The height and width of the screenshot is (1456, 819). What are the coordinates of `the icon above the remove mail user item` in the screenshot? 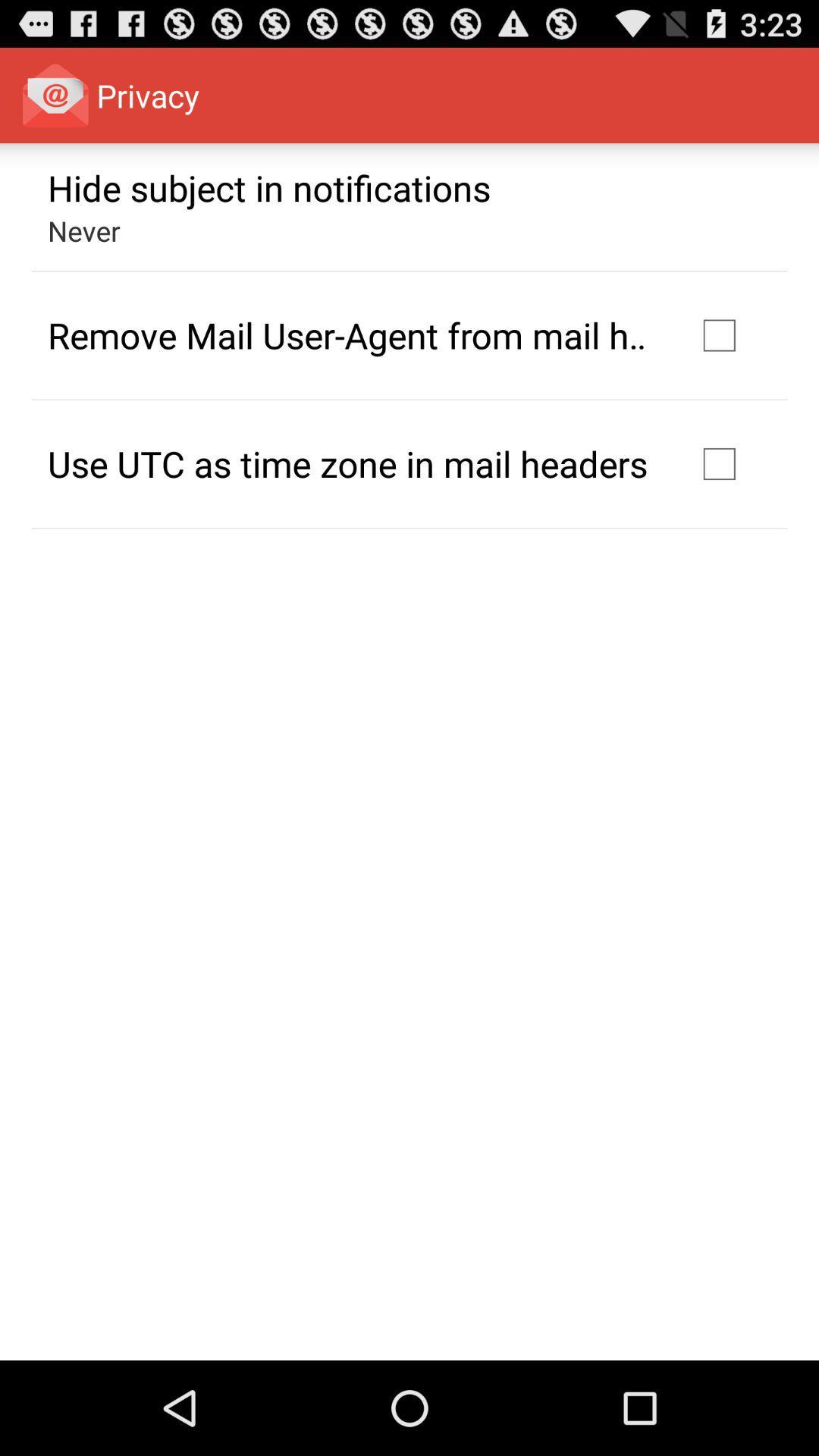 It's located at (84, 230).